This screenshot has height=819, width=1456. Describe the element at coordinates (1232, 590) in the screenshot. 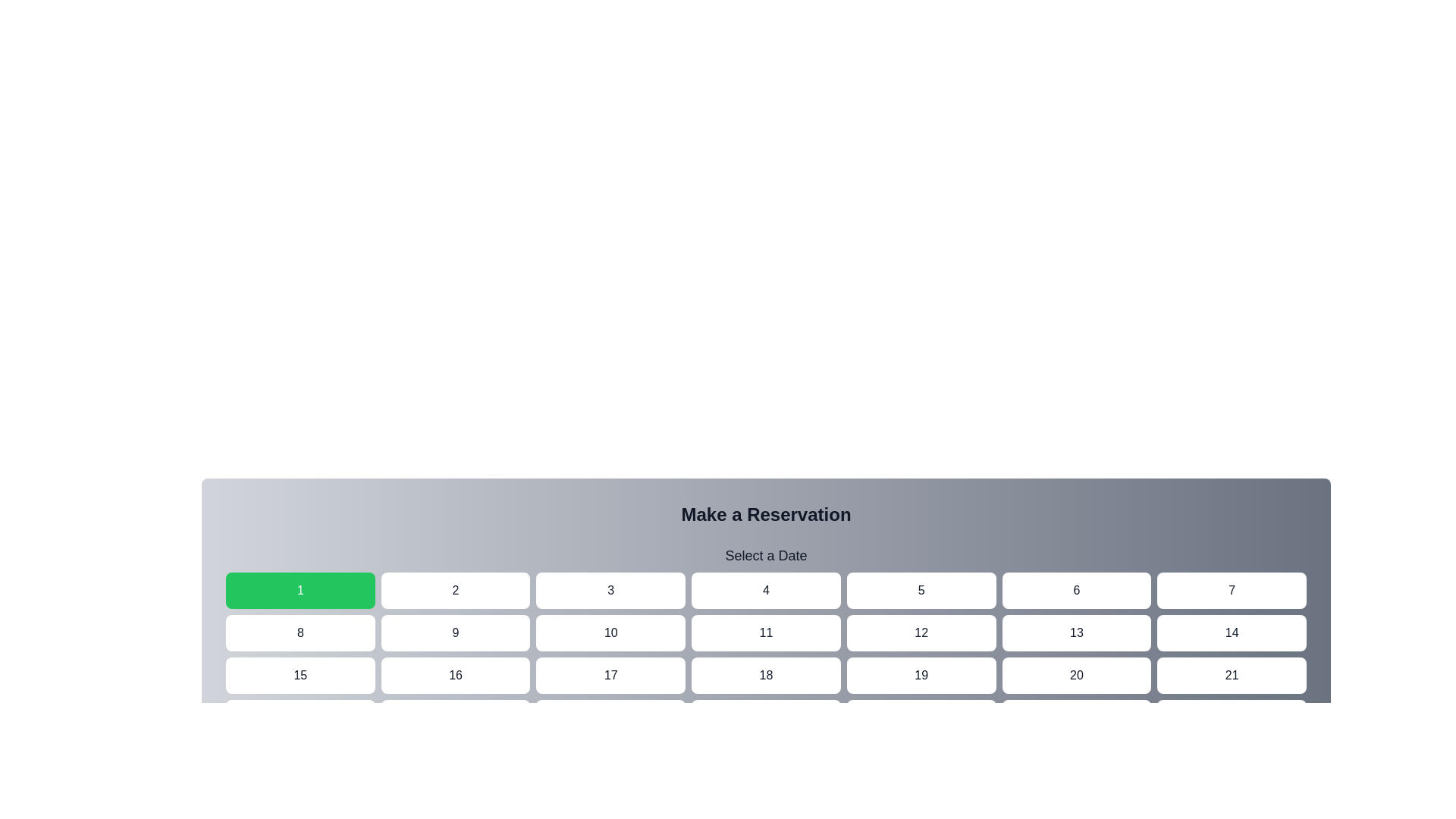

I see `the button that allows users to select the number '7', located in the top row of a grid, seventh from the left, to trigger visual changes` at that location.